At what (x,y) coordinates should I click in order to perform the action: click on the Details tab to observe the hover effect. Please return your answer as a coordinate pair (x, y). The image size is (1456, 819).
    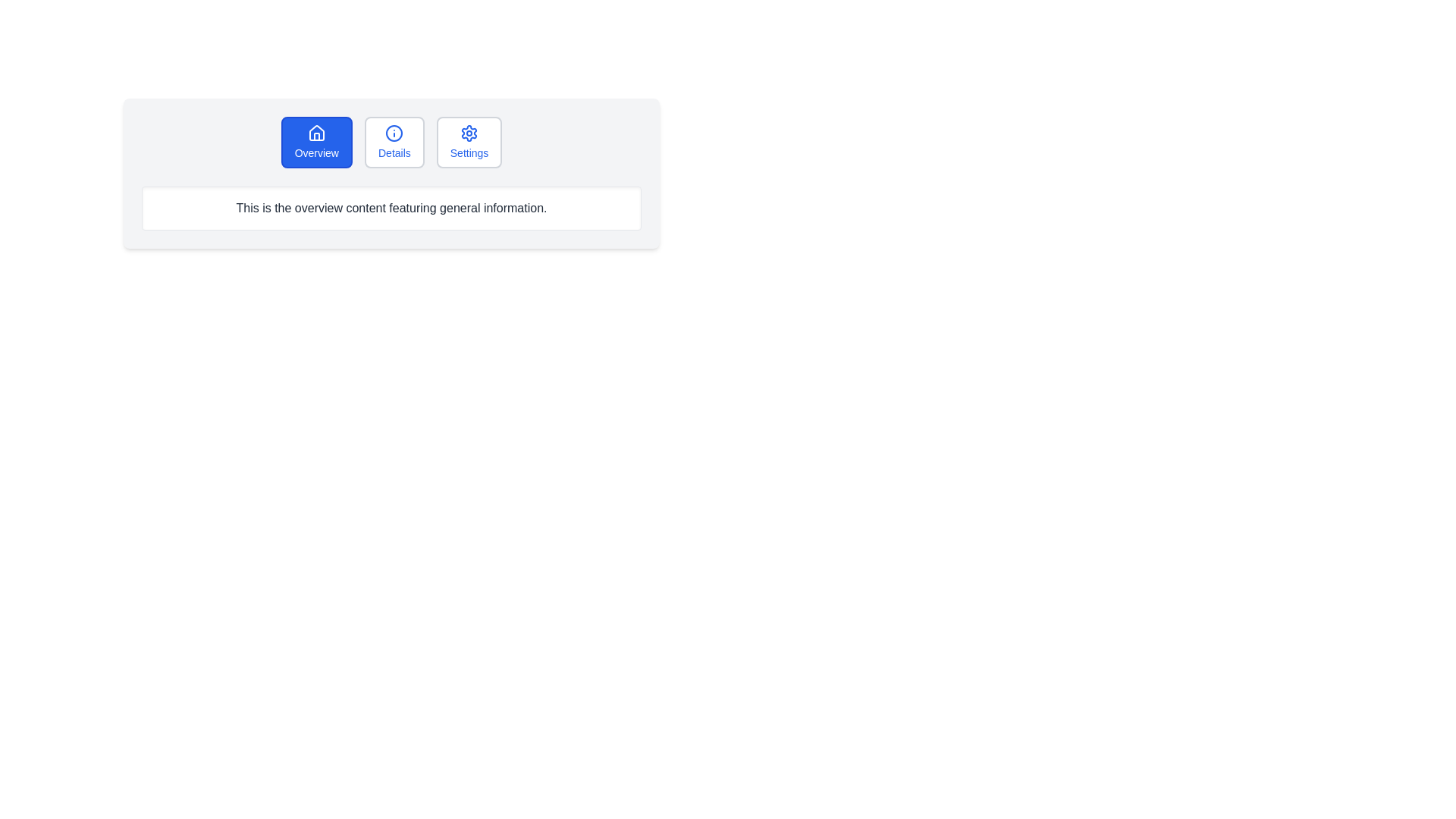
    Looking at the image, I should click on (394, 143).